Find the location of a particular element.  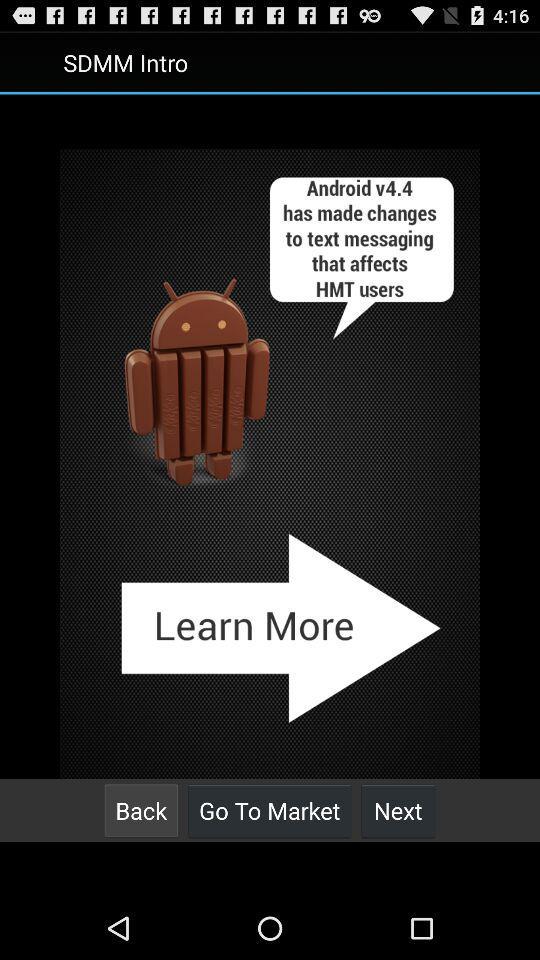

next at the bottom right corner is located at coordinates (398, 810).